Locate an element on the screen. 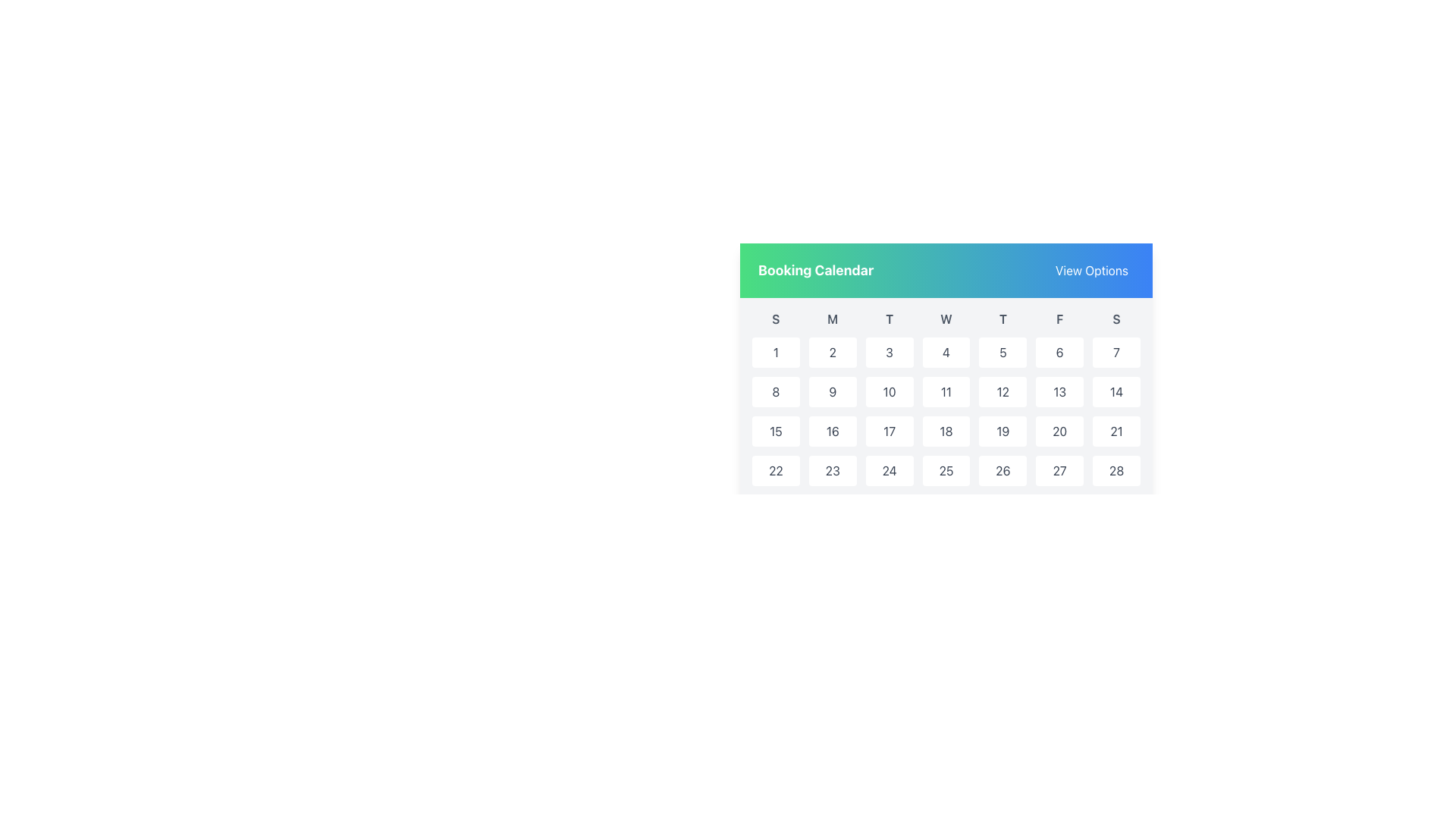  the calendar date button located in the third column of the second row under the 'T' header is located at coordinates (890, 391).